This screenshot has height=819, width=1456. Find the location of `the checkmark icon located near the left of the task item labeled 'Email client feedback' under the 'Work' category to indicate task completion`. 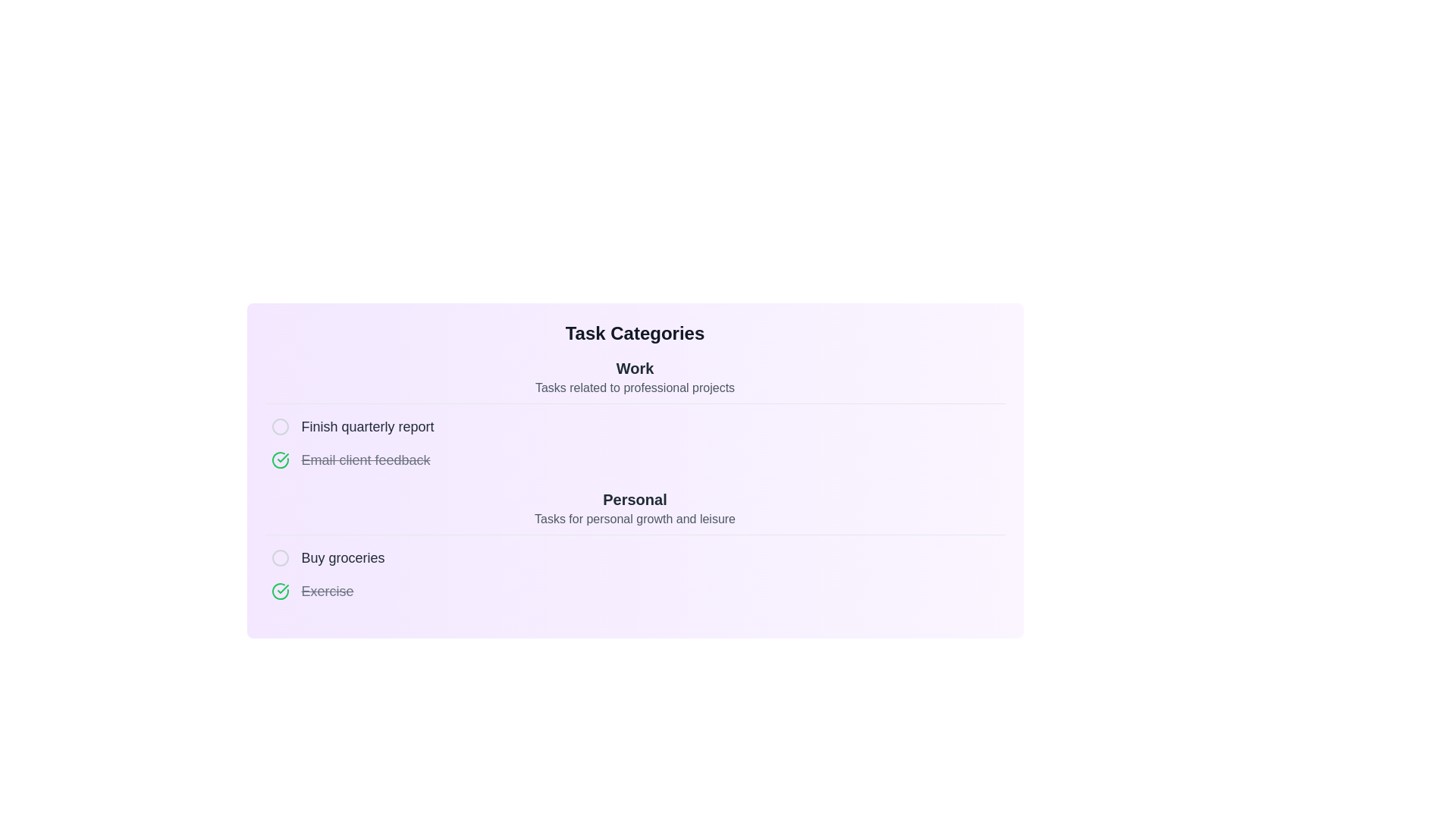

the checkmark icon located near the left of the task item labeled 'Email client feedback' under the 'Work' category to indicate task completion is located at coordinates (283, 588).